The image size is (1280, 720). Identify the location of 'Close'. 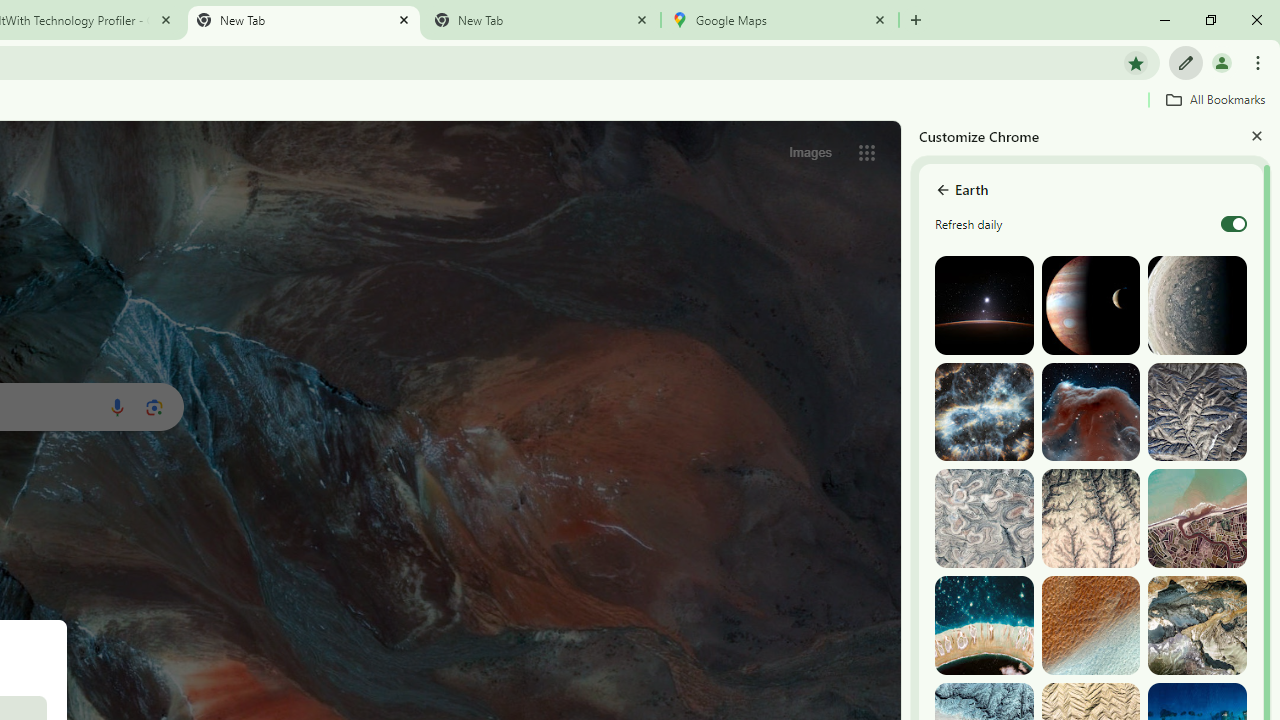
(1255, 135).